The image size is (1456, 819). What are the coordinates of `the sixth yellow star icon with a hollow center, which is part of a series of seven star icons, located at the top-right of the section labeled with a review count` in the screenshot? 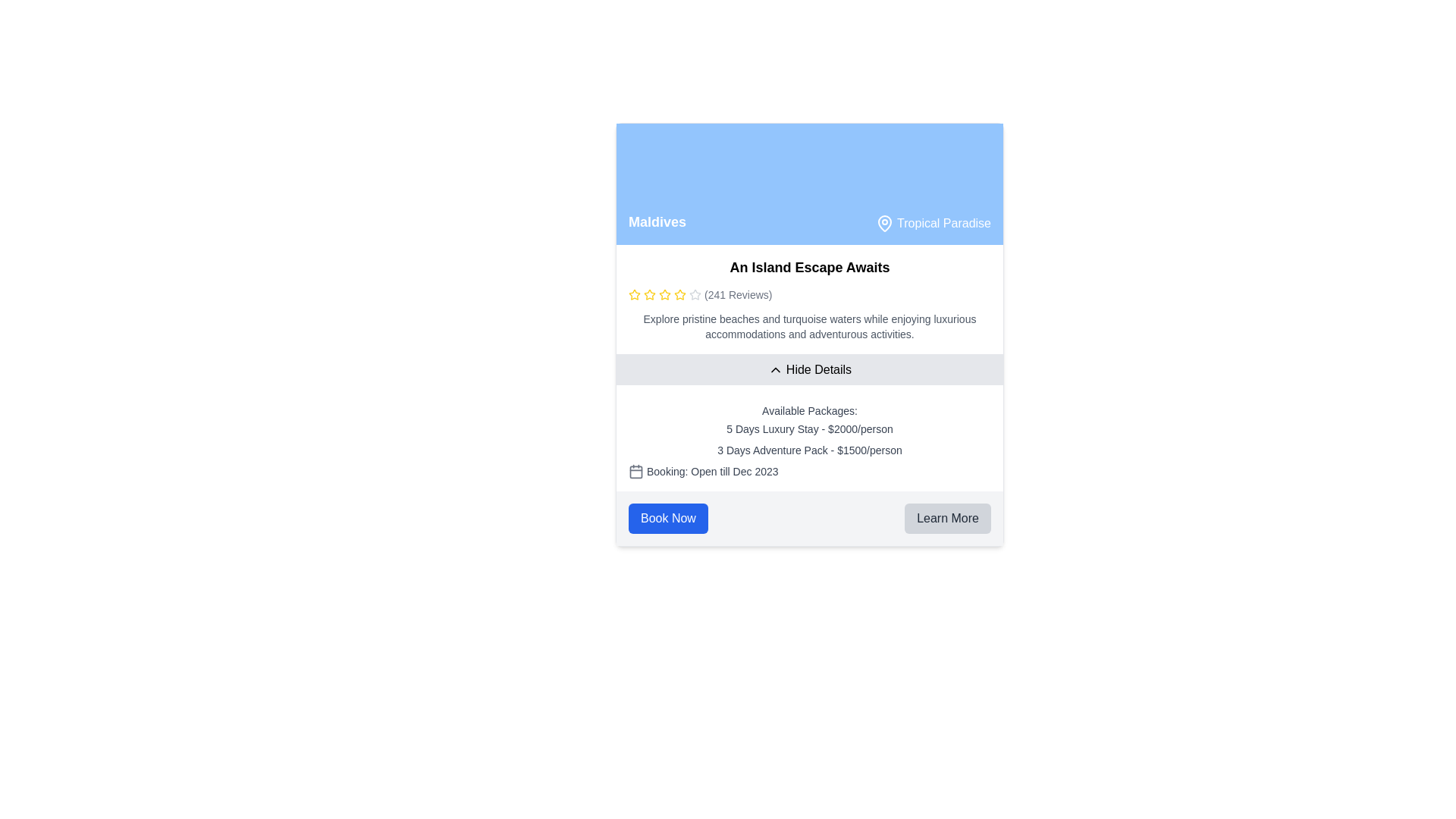 It's located at (679, 295).